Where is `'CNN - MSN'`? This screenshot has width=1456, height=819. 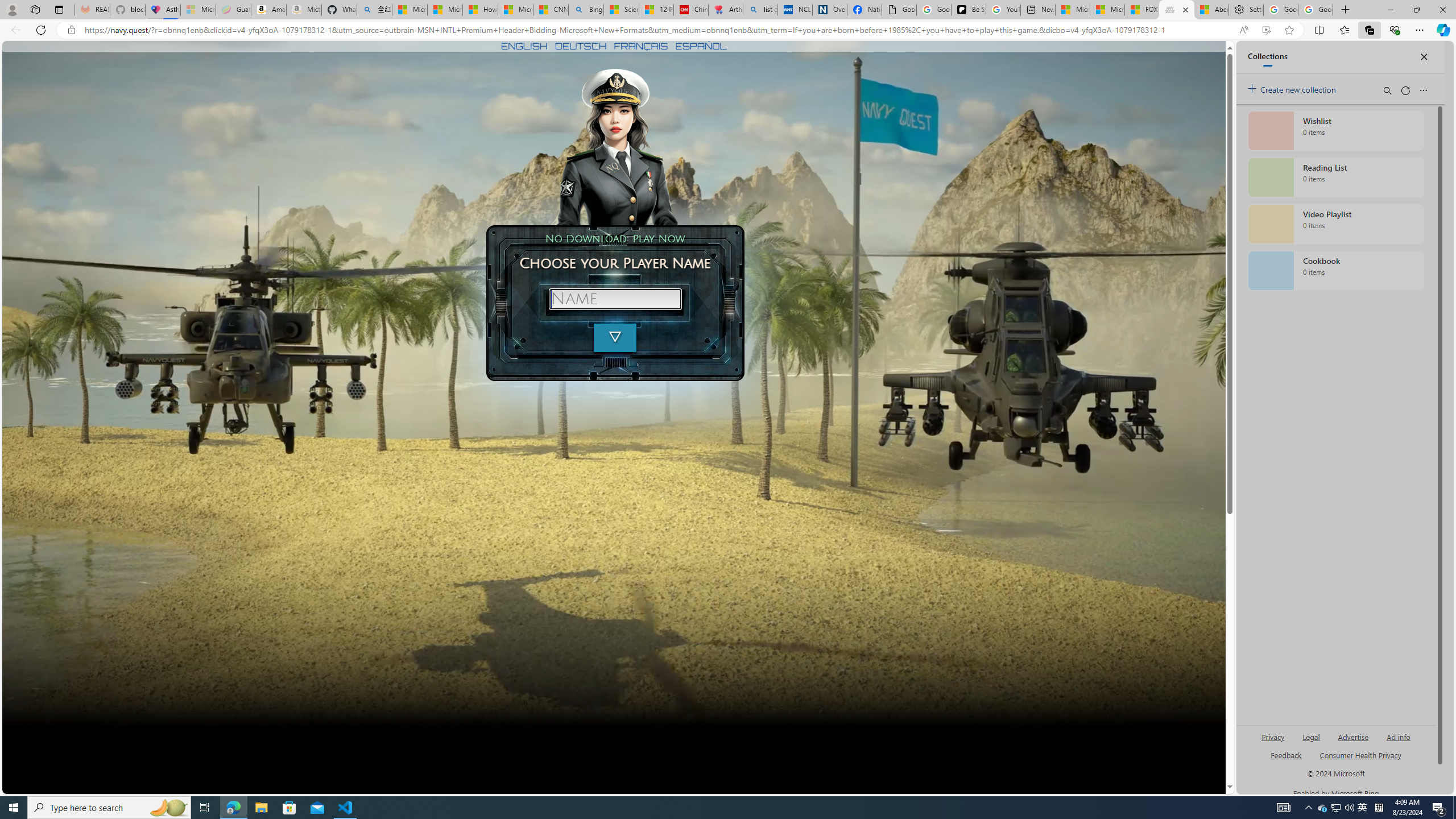 'CNN - MSN' is located at coordinates (550, 9).